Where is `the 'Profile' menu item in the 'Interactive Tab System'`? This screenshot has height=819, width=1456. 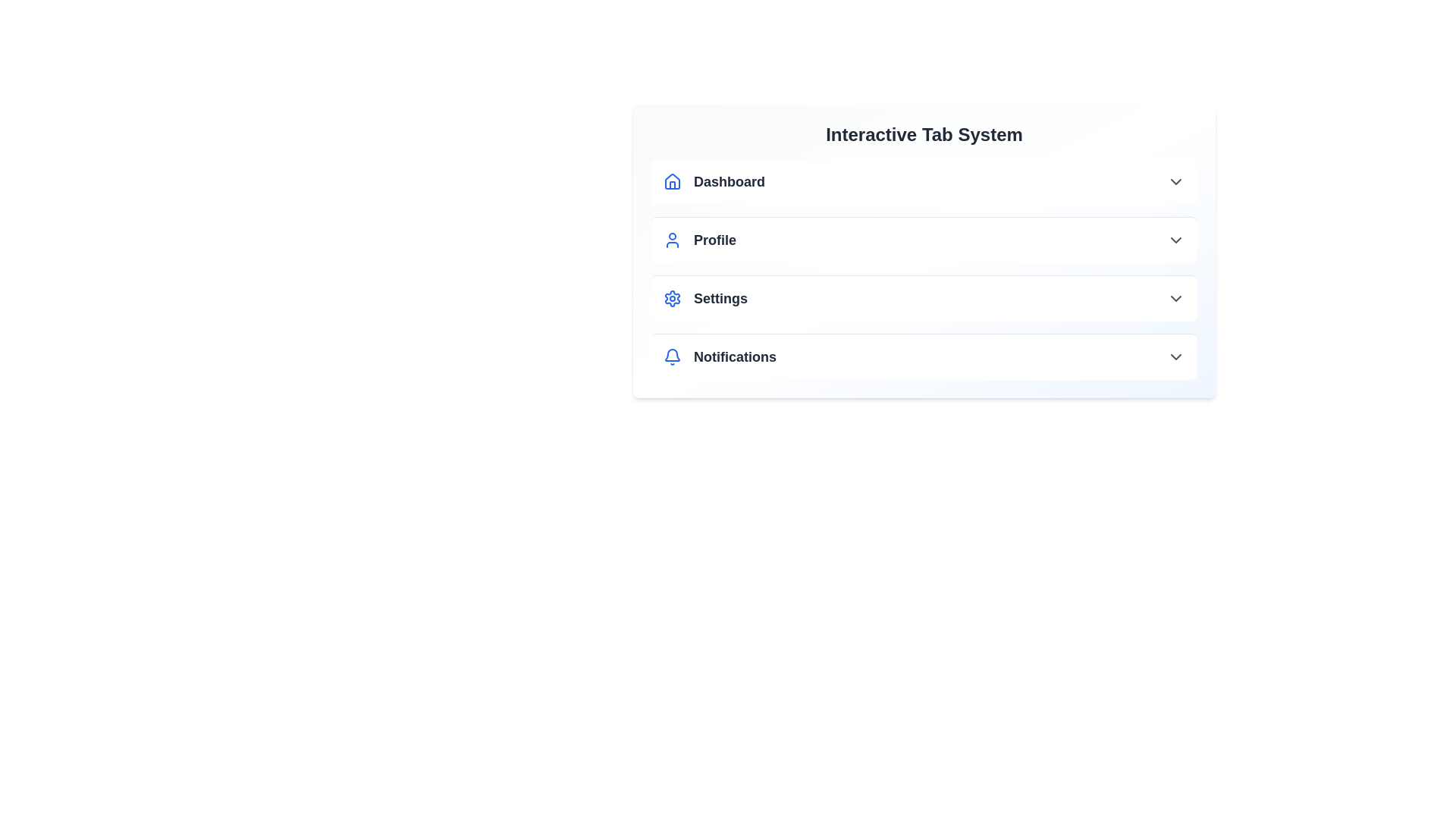
the 'Profile' menu item in the 'Interactive Tab System' is located at coordinates (924, 239).